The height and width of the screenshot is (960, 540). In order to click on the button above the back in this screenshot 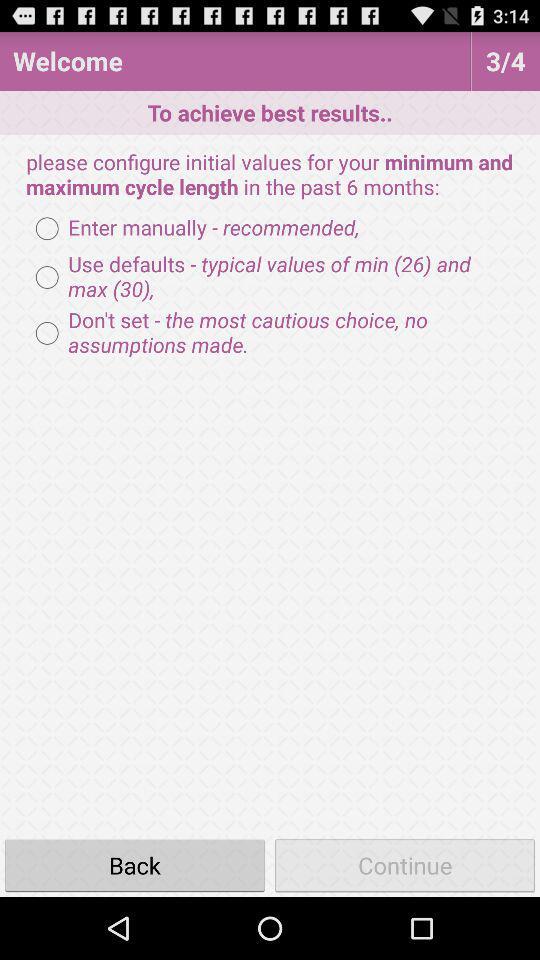, I will do `click(270, 333)`.